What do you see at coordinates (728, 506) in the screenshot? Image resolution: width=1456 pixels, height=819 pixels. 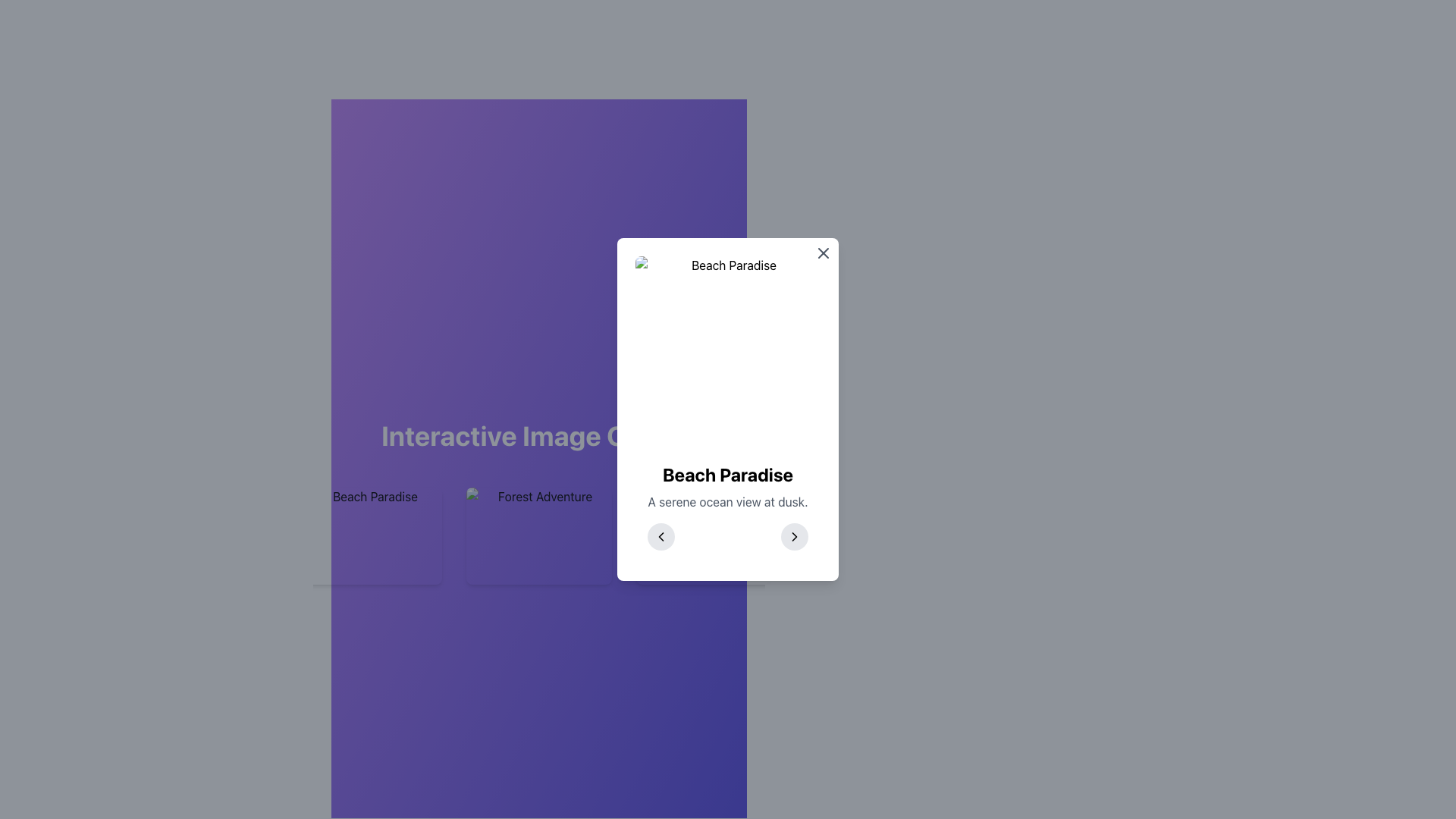 I see `the text-based informational block titled 'Beach Paradise' with the subtitle 'A serene ocean view at dusk.' positioned in the lower section of a white card` at bounding box center [728, 506].